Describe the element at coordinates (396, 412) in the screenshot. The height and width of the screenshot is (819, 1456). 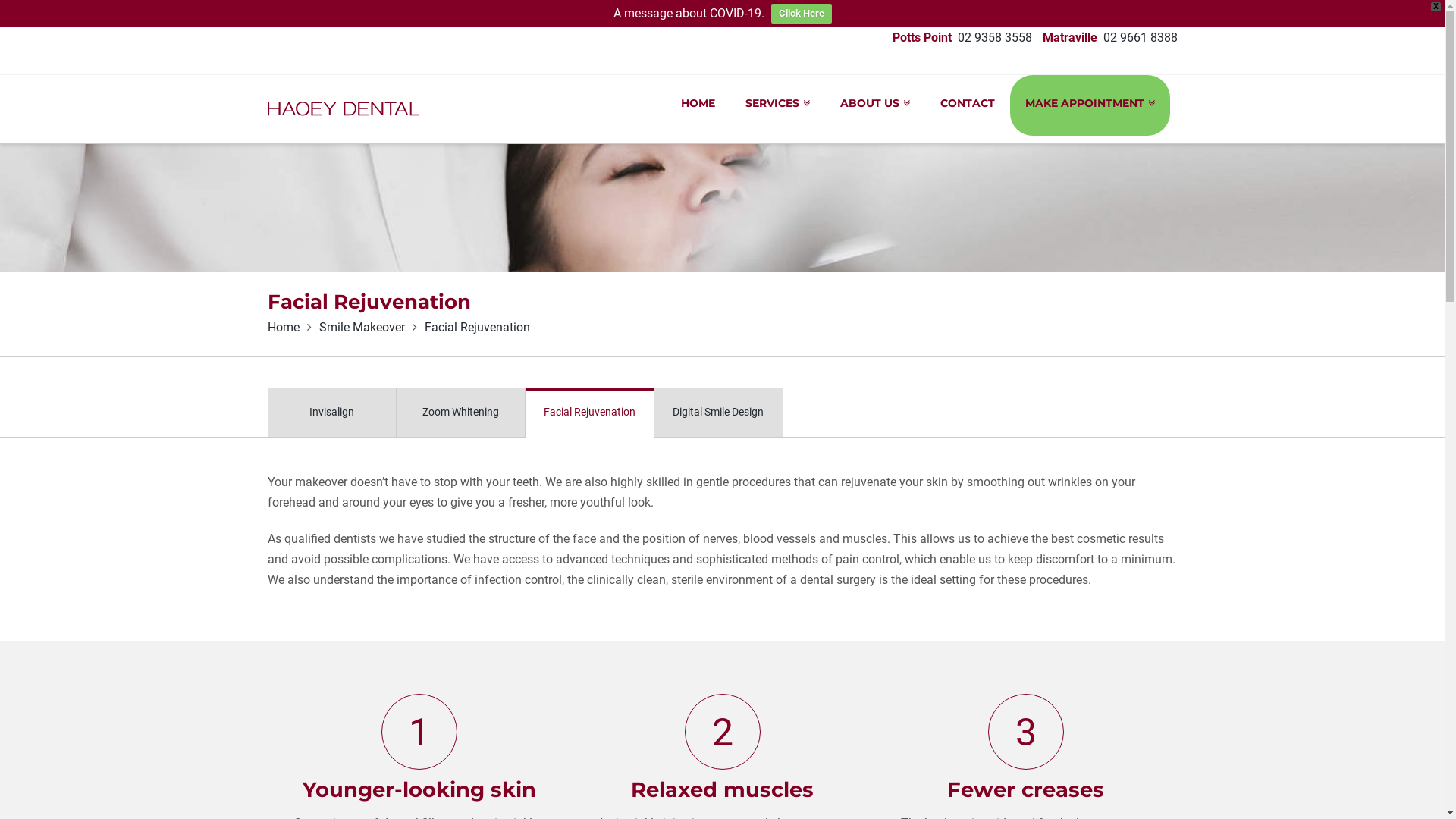
I see `'Zoom Whitening'` at that location.